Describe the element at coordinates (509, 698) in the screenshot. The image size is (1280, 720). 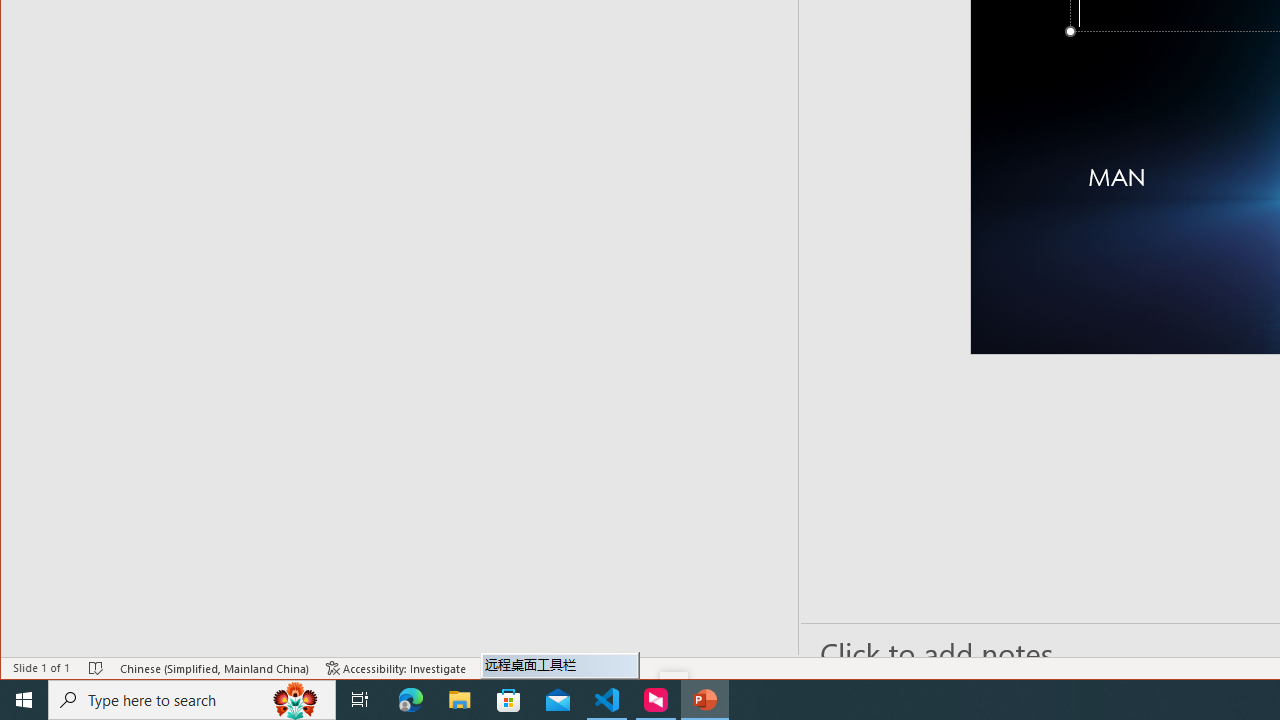
I see `'Microsoft Store'` at that location.